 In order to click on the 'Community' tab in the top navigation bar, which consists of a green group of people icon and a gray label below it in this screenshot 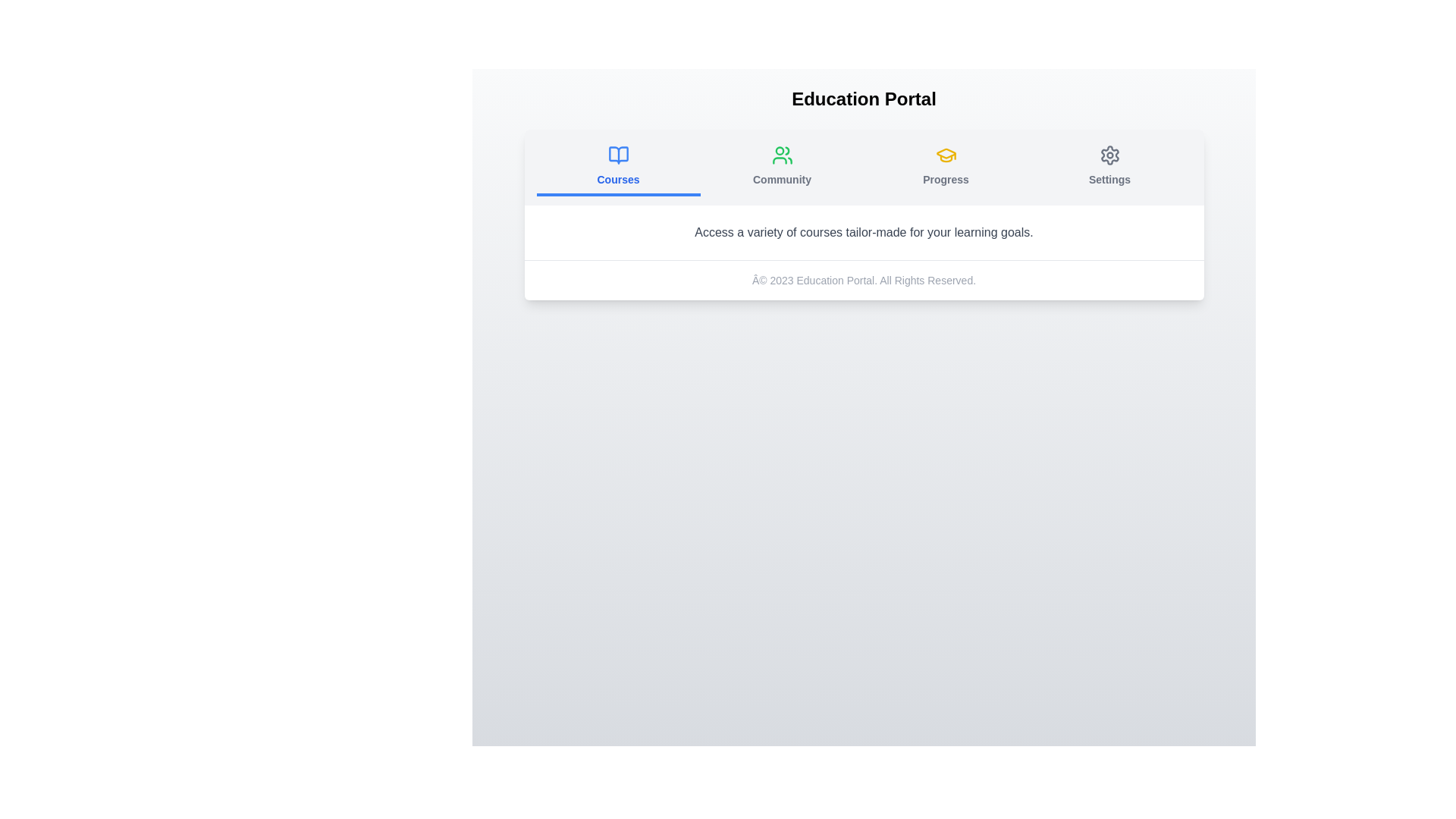, I will do `click(782, 166)`.